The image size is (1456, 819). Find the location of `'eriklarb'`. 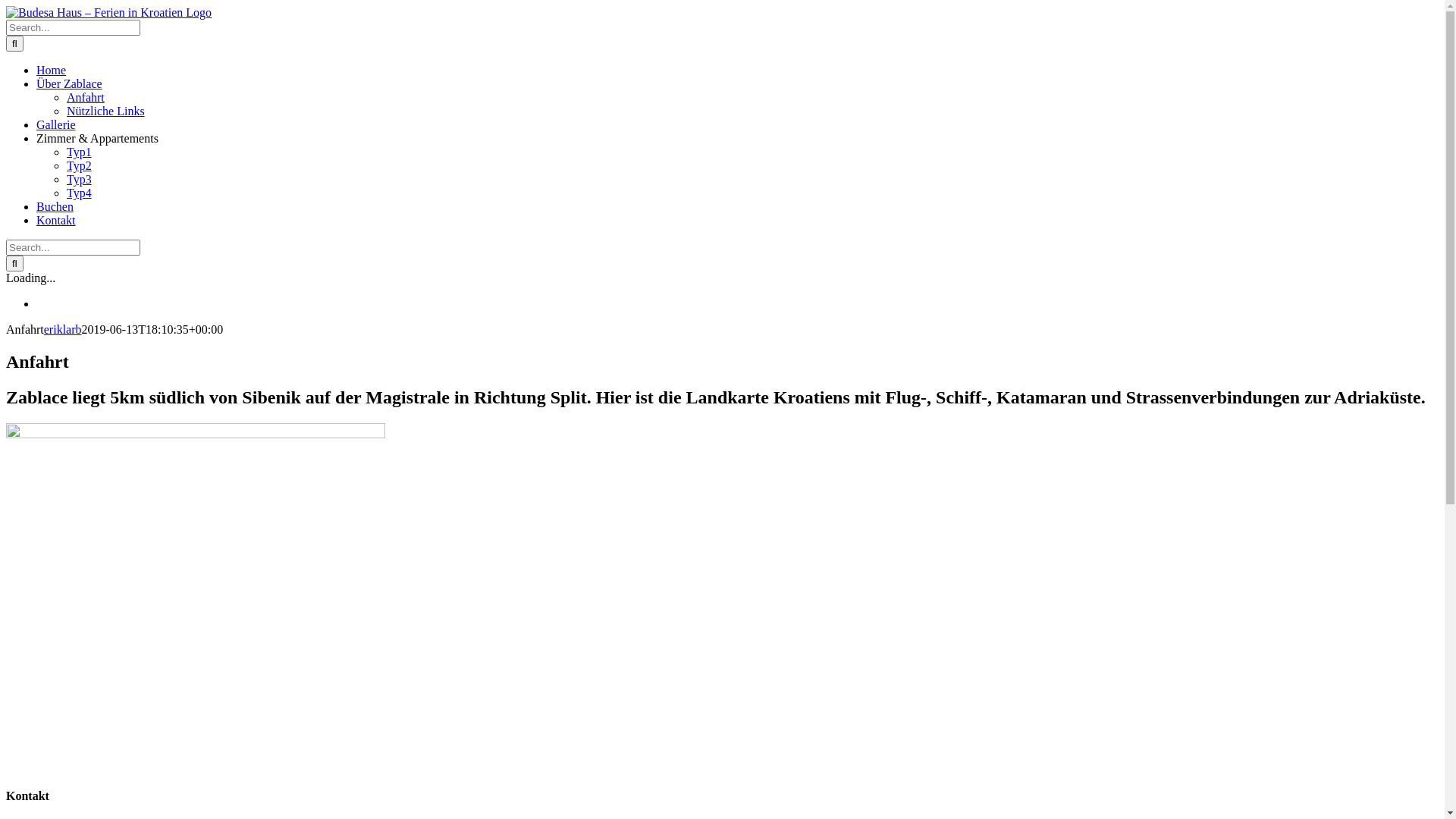

'eriklarb' is located at coordinates (61, 328).